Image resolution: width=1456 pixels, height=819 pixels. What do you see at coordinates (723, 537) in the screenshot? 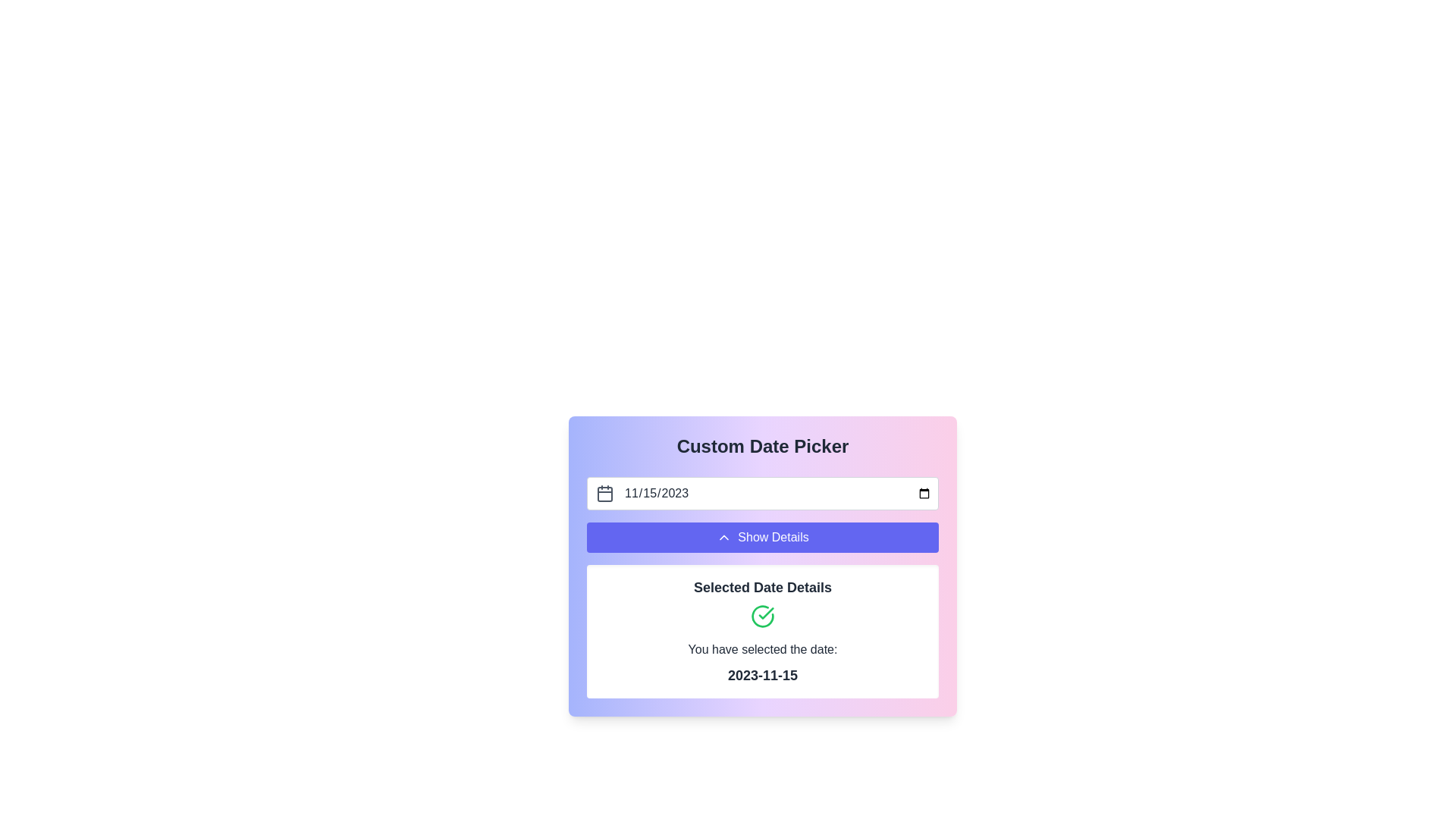
I see `the toggle icon located to the left of the 'Show Details' text on the button` at bounding box center [723, 537].